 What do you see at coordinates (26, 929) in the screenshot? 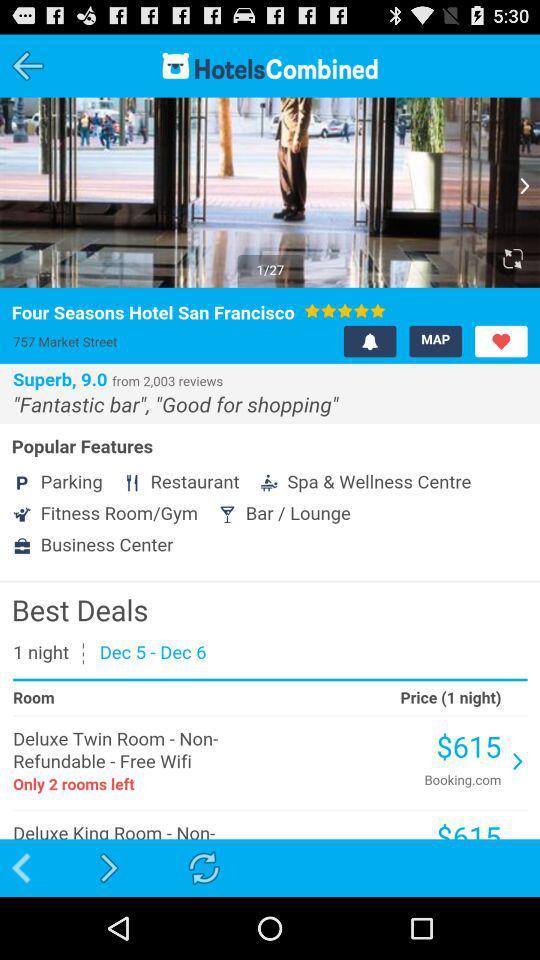
I see `the arrow_backward icon` at bounding box center [26, 929].